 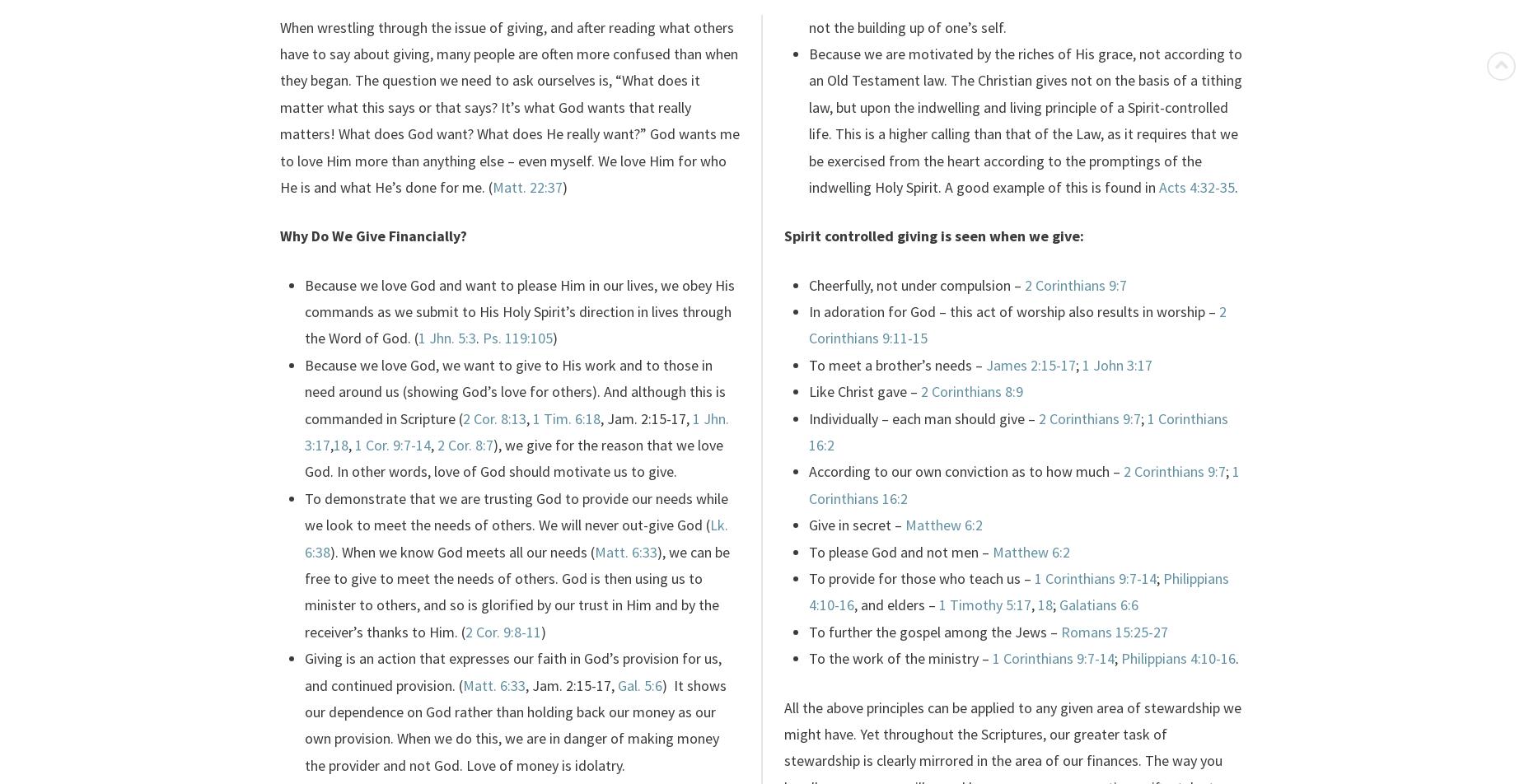 What do you see at coordinates (279, 106) in the screenshot?
I see `'When wrestling through the issue of giving, and after reading what others have to say about giving, many people are often more confused than when they began. The question we need to ask ourselves is, “What does it matter what this says or that says? It’s what God wants that really matters! What does God want? What does He really want?” God wants me to love Him more than anything else – even myself. We love Him for who He is and what He’s done for me. ('` at bounding box center [279, 106].